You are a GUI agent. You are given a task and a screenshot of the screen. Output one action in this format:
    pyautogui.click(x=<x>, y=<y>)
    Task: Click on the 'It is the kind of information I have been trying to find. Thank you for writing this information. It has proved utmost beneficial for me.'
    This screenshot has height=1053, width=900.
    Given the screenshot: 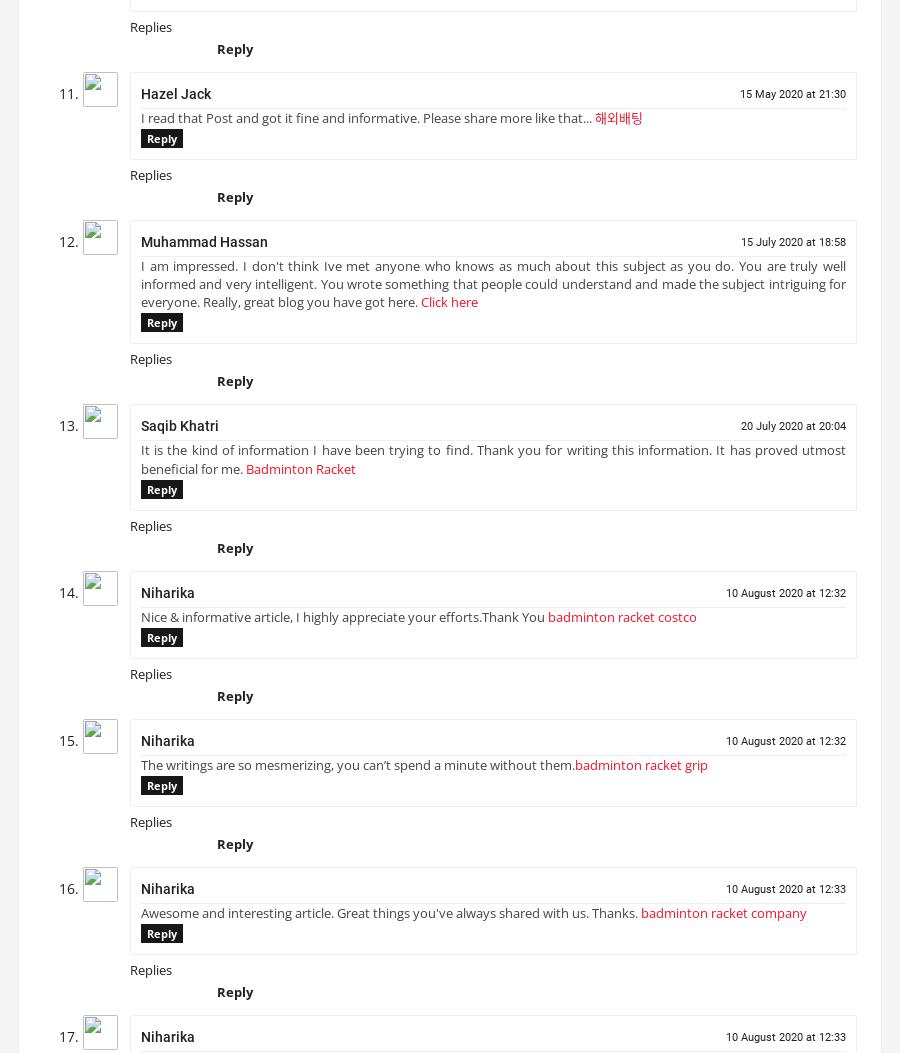 What is the action you would take?
    pyautogui.click(x=492, y=466)
    